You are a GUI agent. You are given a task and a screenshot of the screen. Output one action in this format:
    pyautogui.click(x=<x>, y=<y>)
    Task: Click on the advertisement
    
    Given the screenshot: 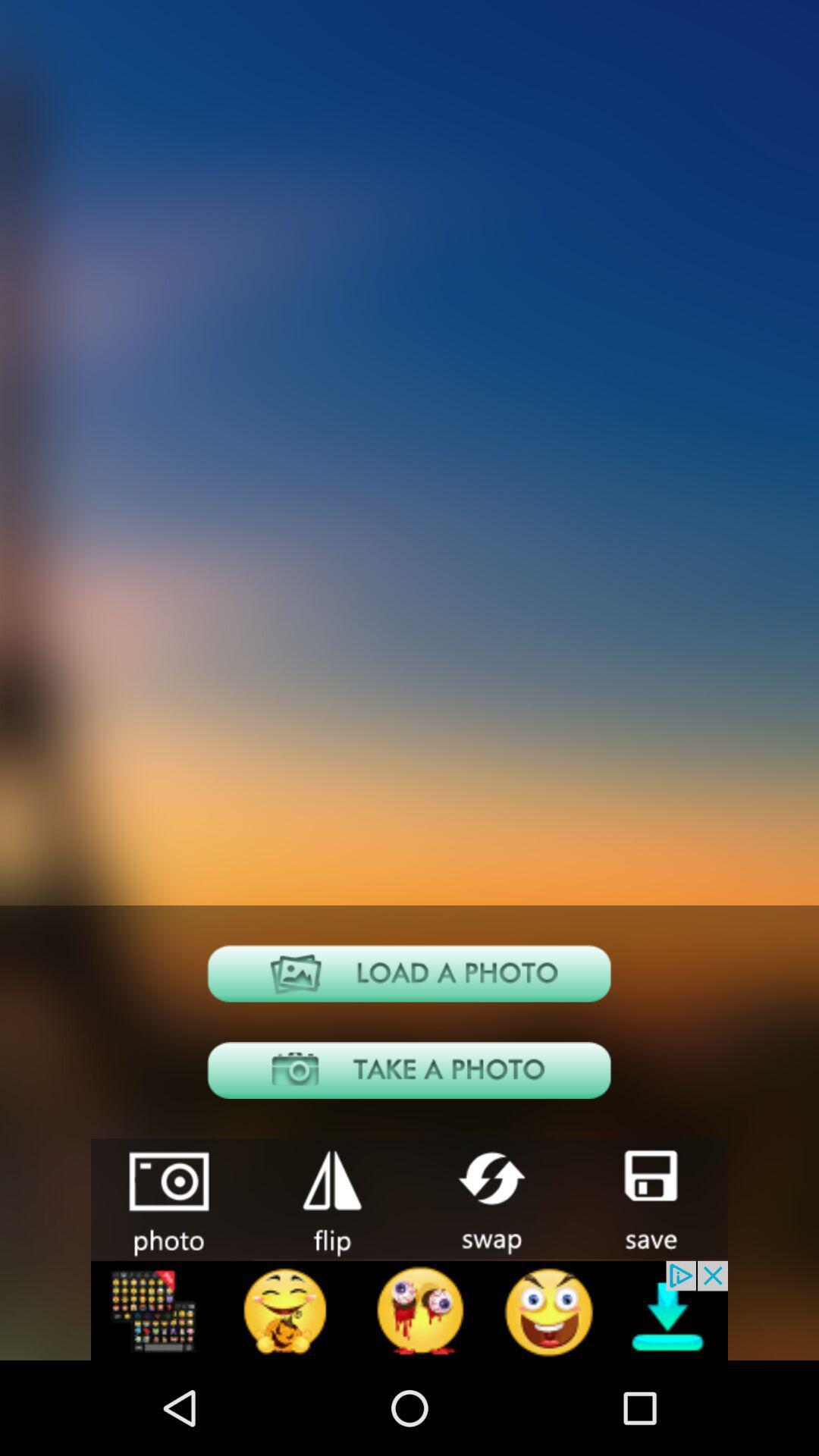 What is the action you would take?
    pyautogui.click(x=409, y=1310)
    